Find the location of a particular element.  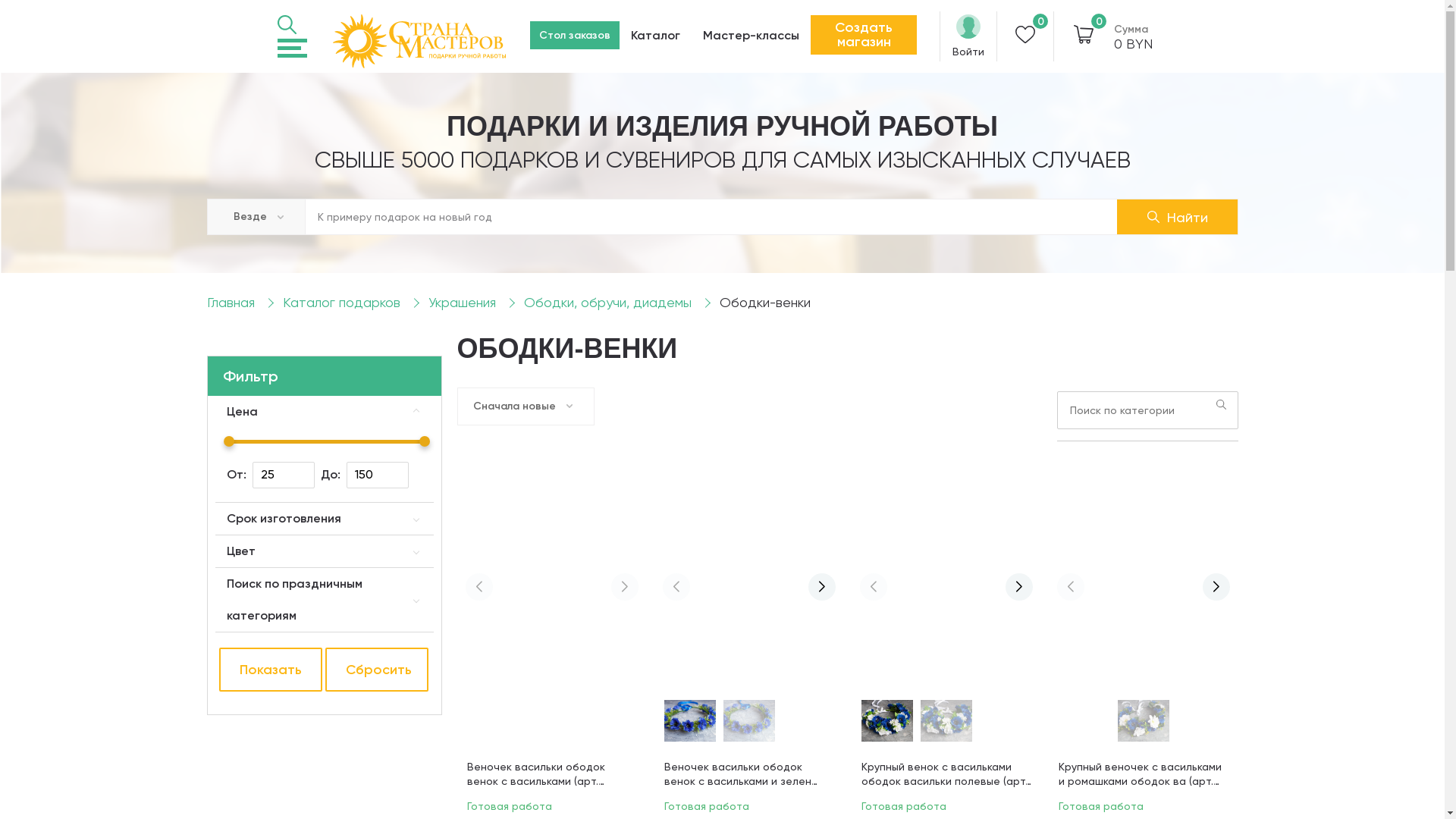

'0' is located at coordinates (1025, 35).